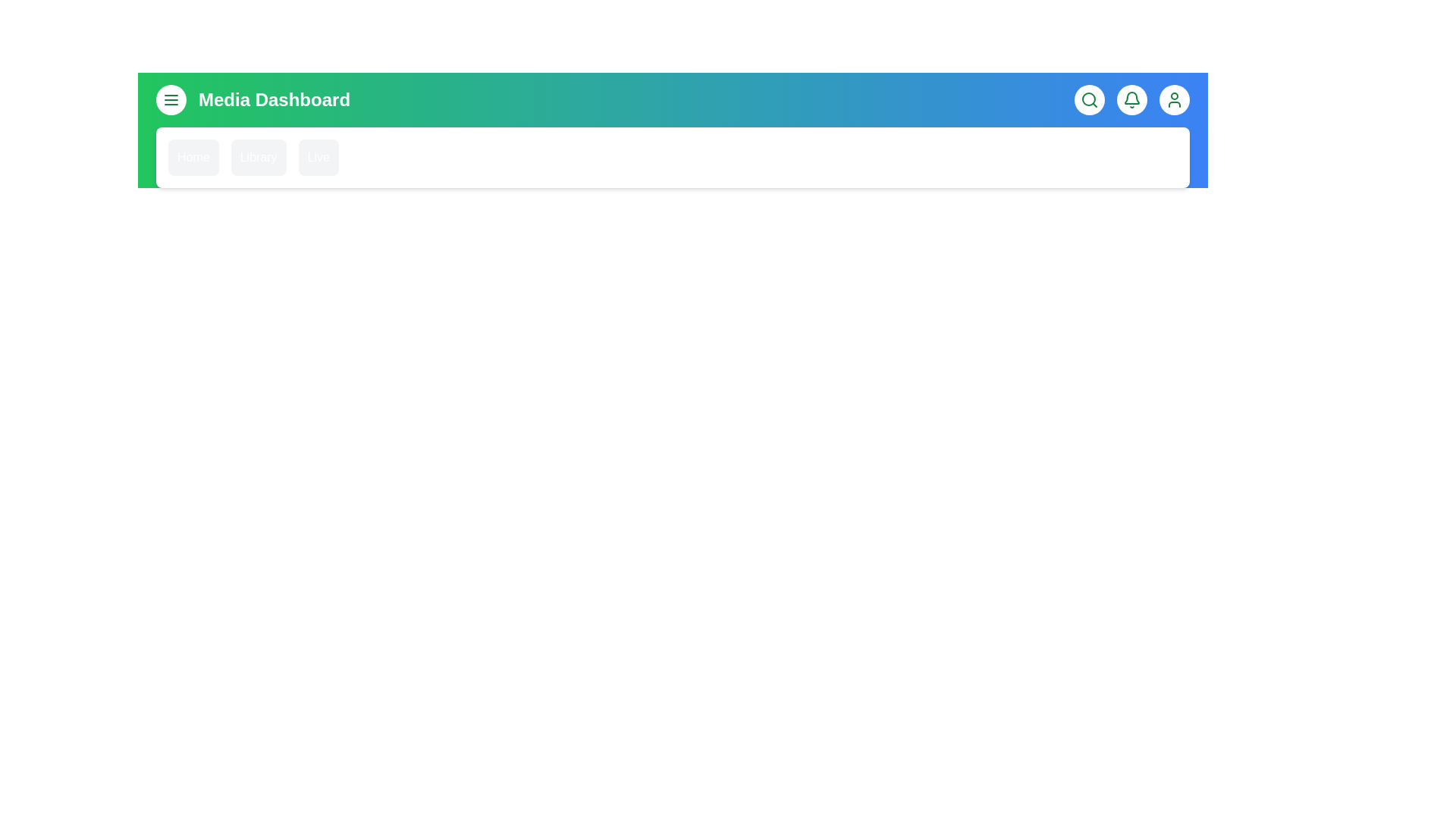 The image size is (1456, 819). Describe the element at coordinates (1131, 99) in the screenshot. I see `the notification bell icon` at that location.